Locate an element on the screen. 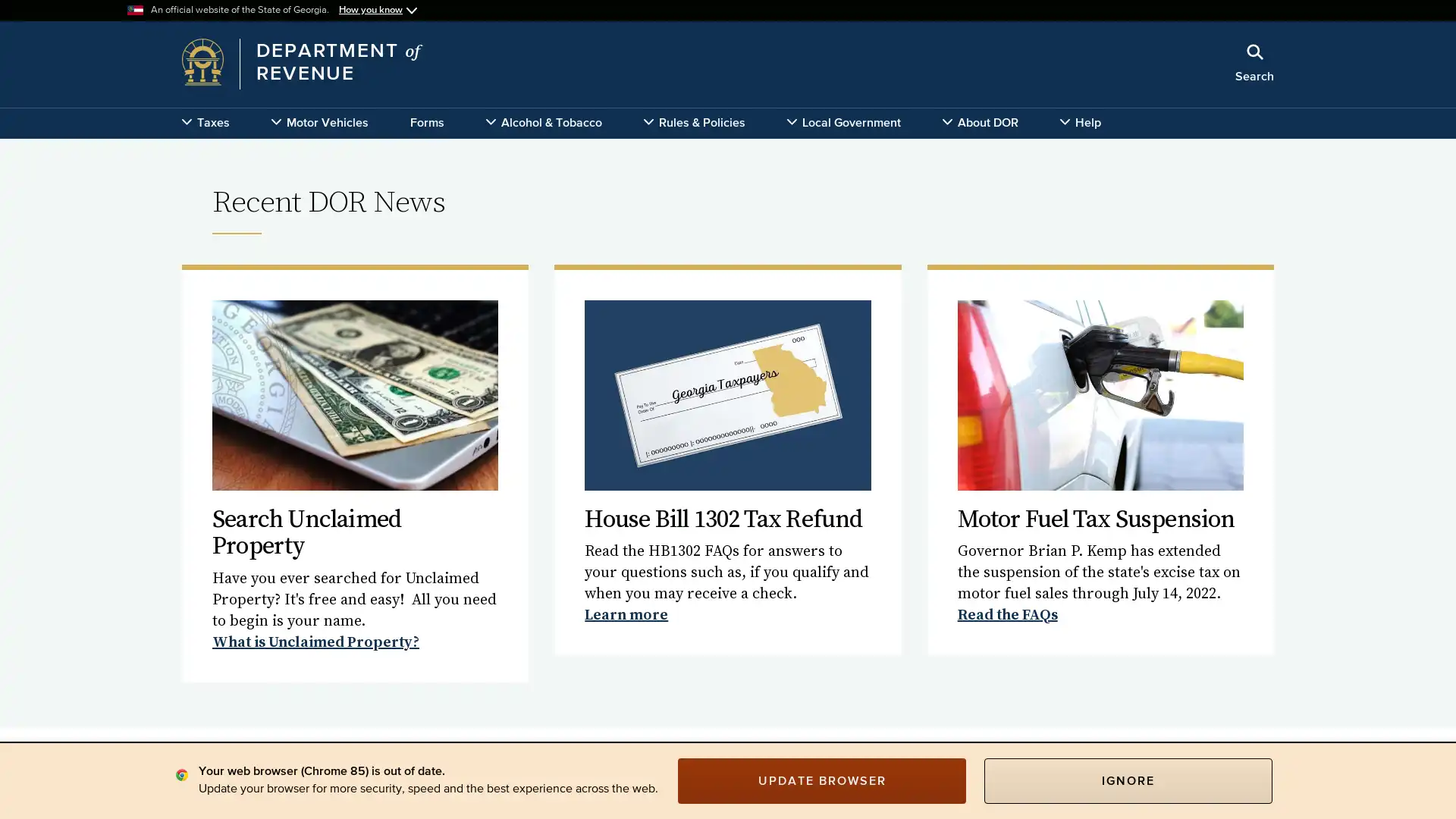  Search is located at coordinates (1254, 64).